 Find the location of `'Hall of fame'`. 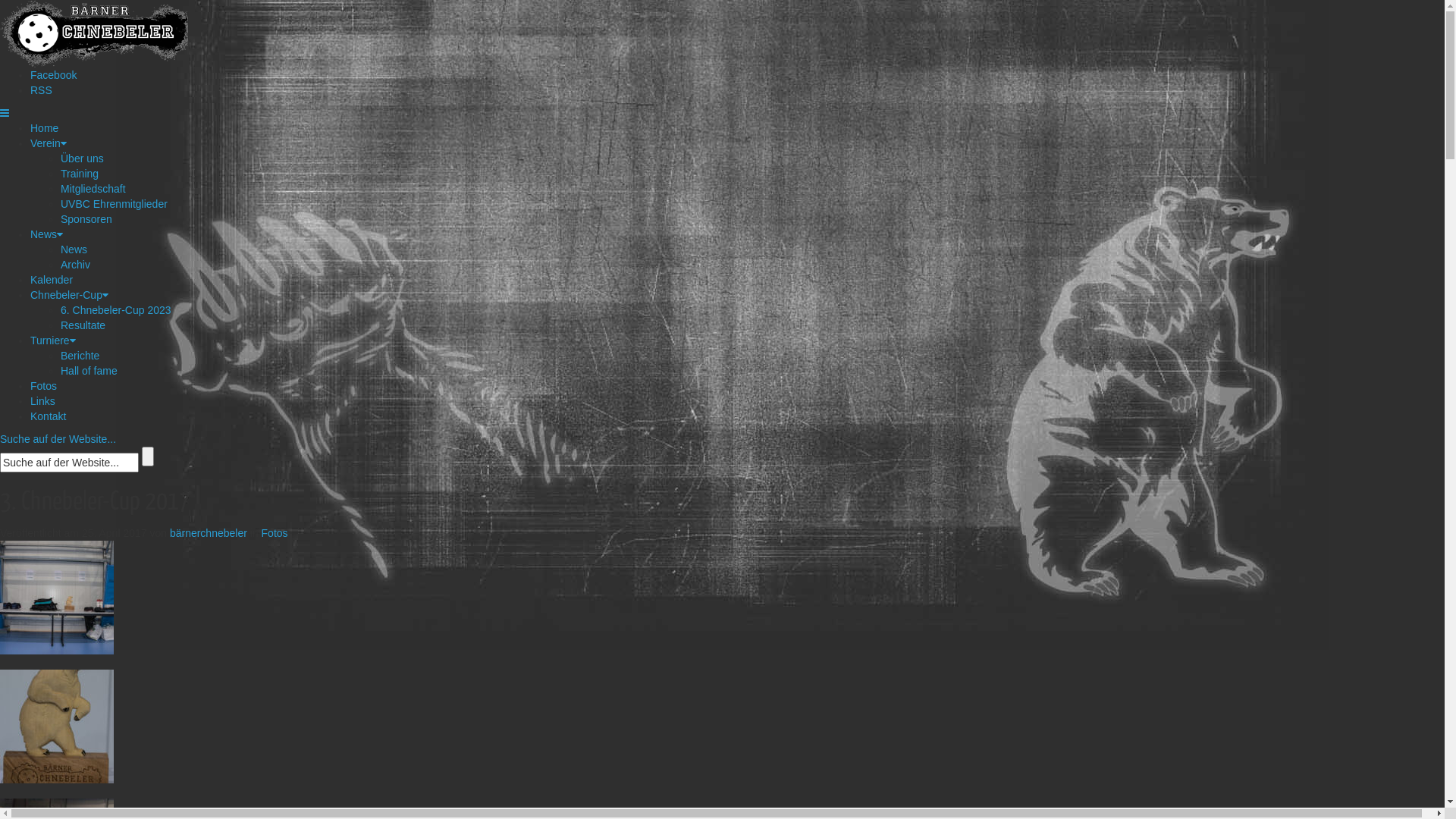

'Hall of fame' is located at coordinates (61, 371).